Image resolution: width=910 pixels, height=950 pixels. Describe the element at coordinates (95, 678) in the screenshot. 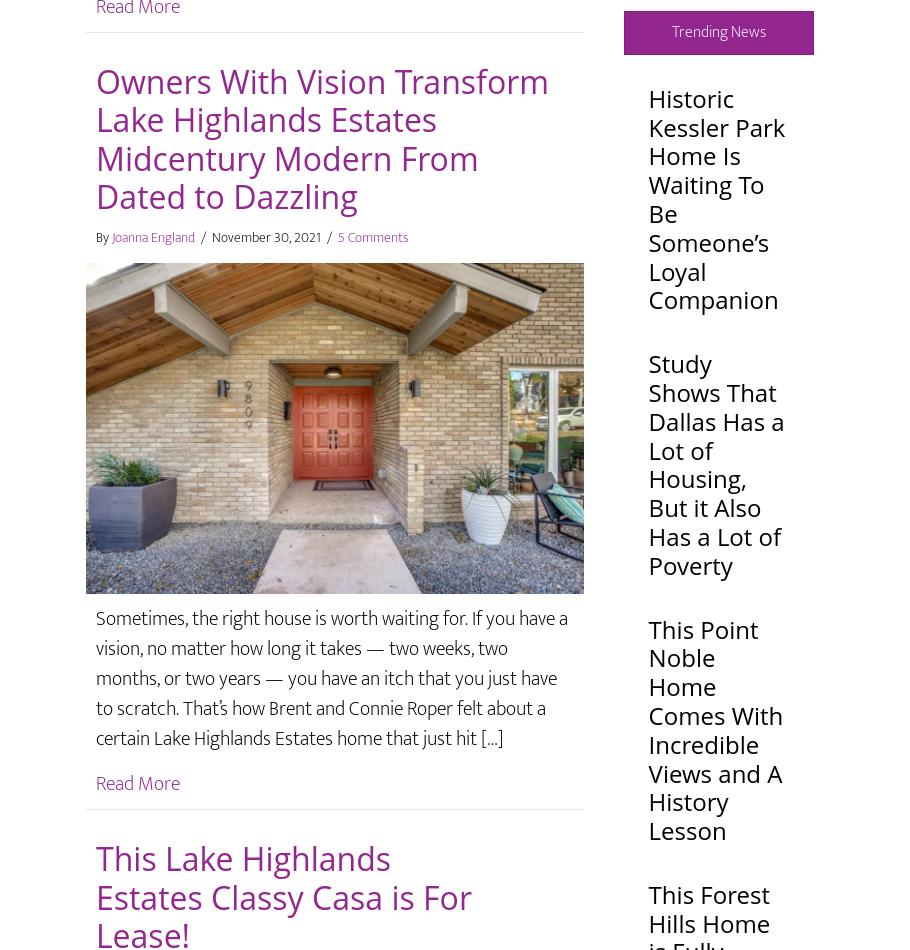

I see `'Sometimes, the right house is worth waiting for. If you have a vision, no matter how long it takes — two weeks, two months, or two years — you have an itch that you just have to scratch. That’s how Brent and Connie Roper felt about a certain Lake Highlands Estates home that just hit […]'` at that location.